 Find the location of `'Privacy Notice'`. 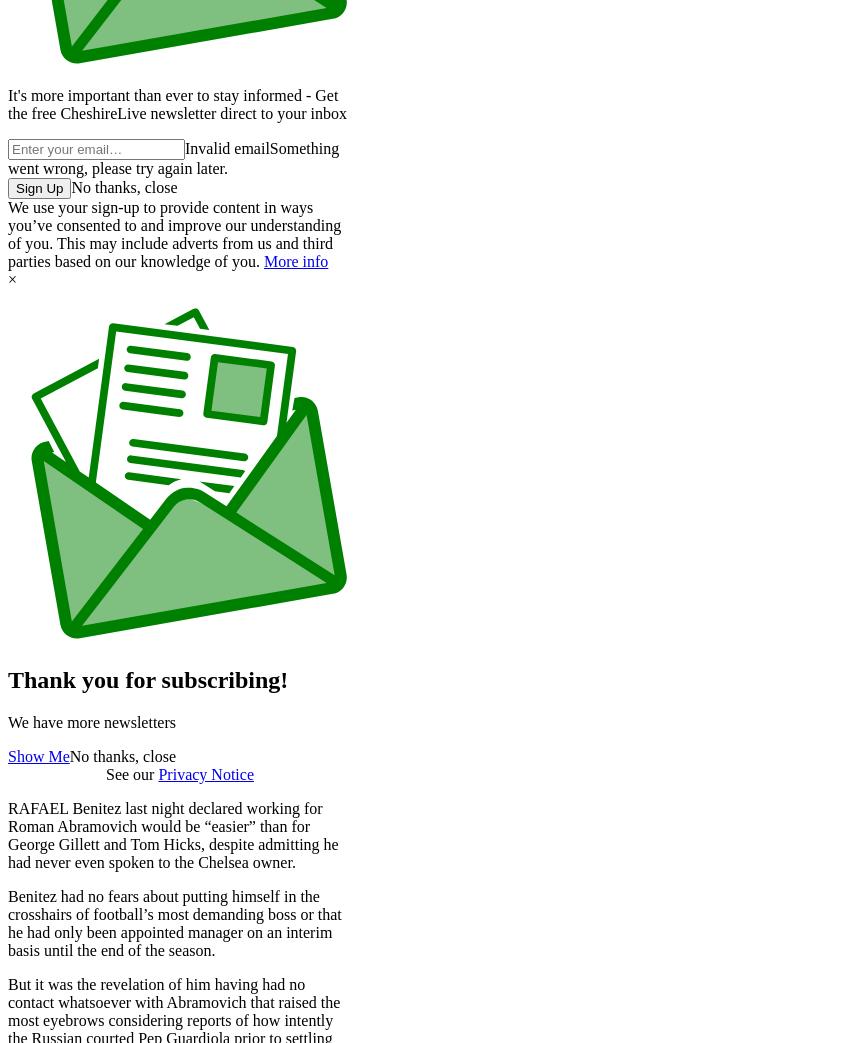

'Privacy Notice' is located at coordinates (205, 772).